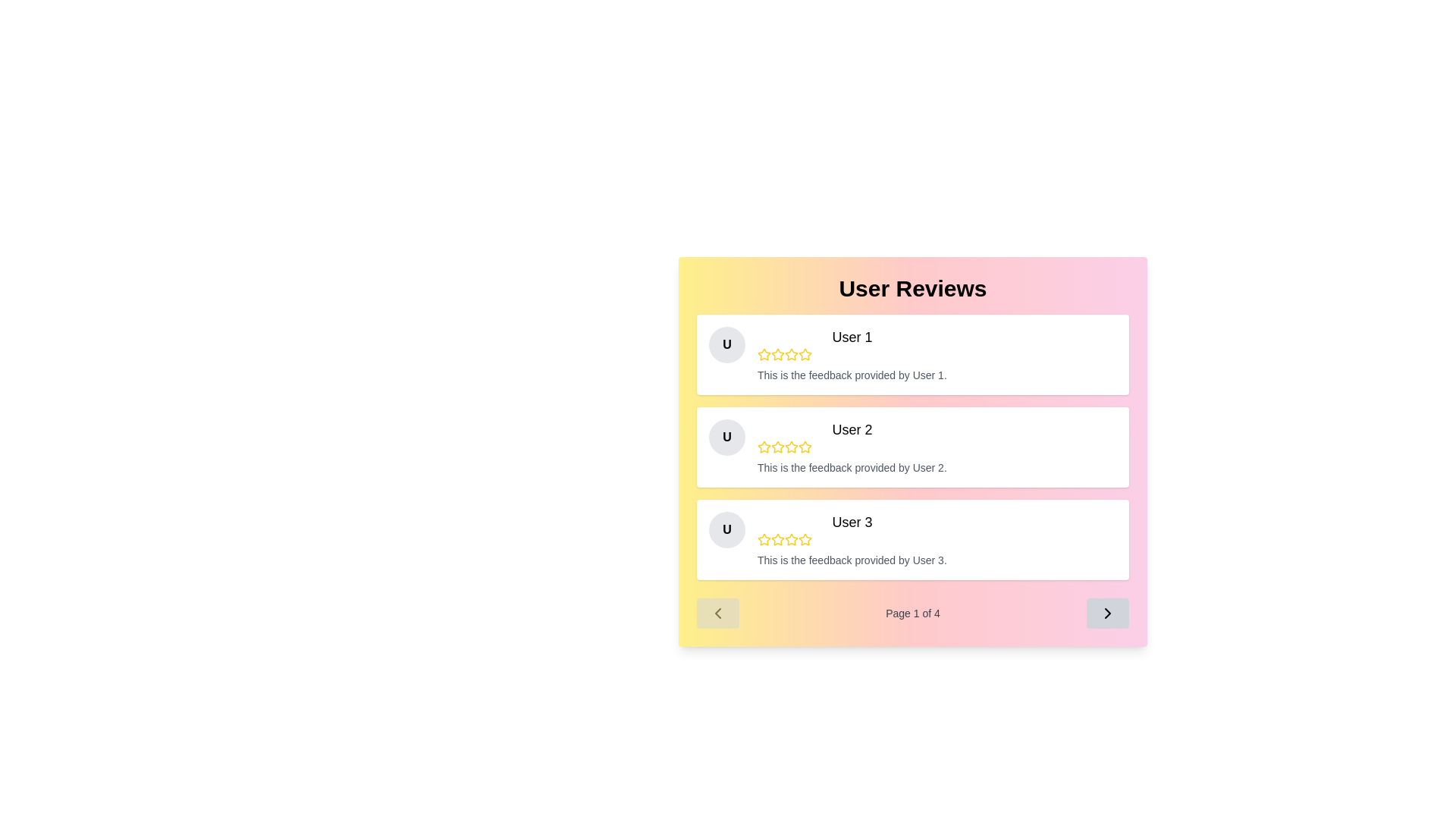 This screenshot has height=819, width=1456. Describe the element at coordinates (1107, 613) in the screenshot. I see `the round-edged, gray-colored button in the bottom-right corner of the user review widget` at that location.